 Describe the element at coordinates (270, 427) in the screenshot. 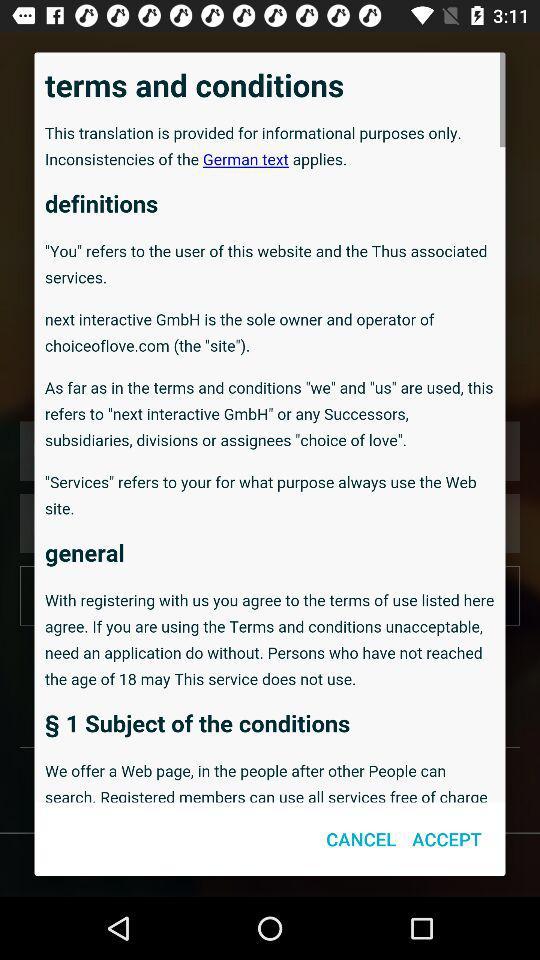

I see `terms and conditons details in screen` at that location.